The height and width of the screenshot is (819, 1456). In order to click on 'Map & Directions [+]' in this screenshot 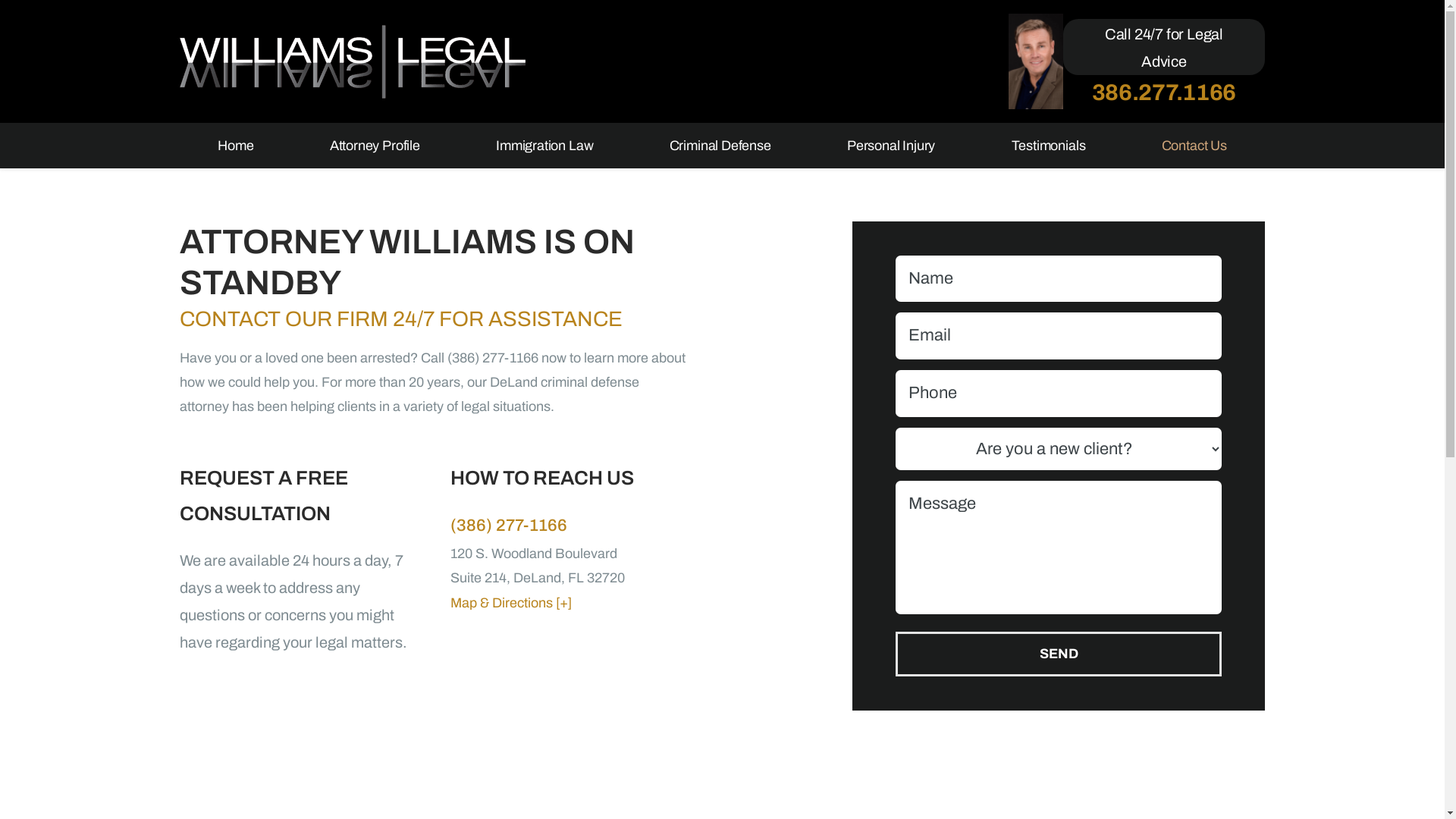, I will do `click(450, 601)`.